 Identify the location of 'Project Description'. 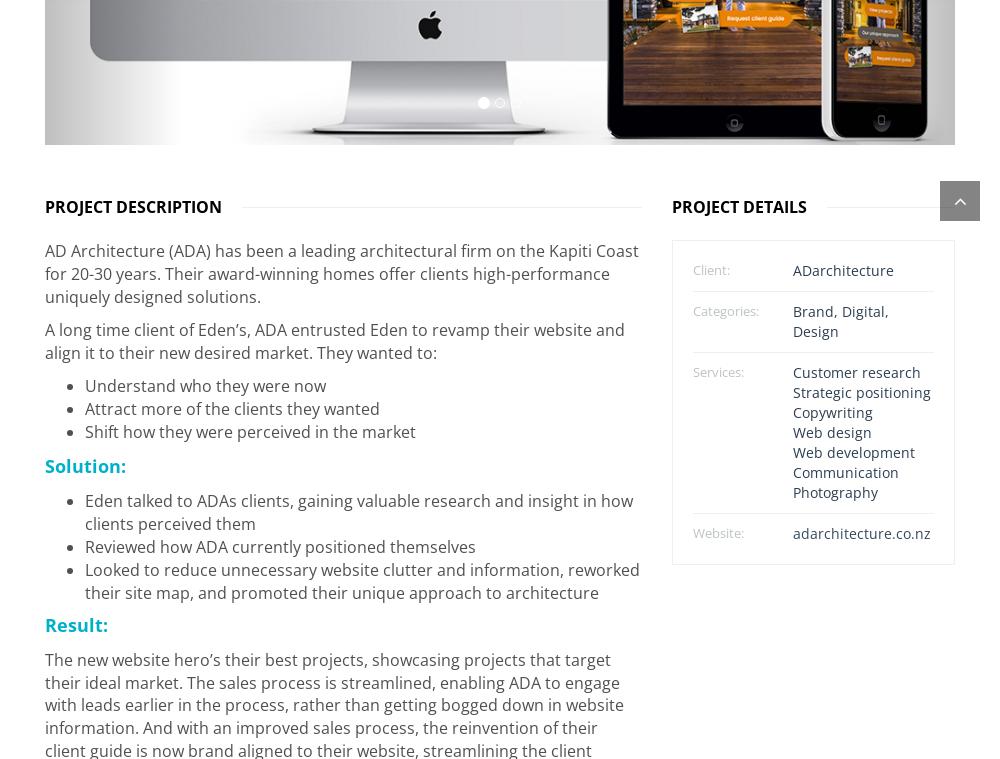
(133, 199).